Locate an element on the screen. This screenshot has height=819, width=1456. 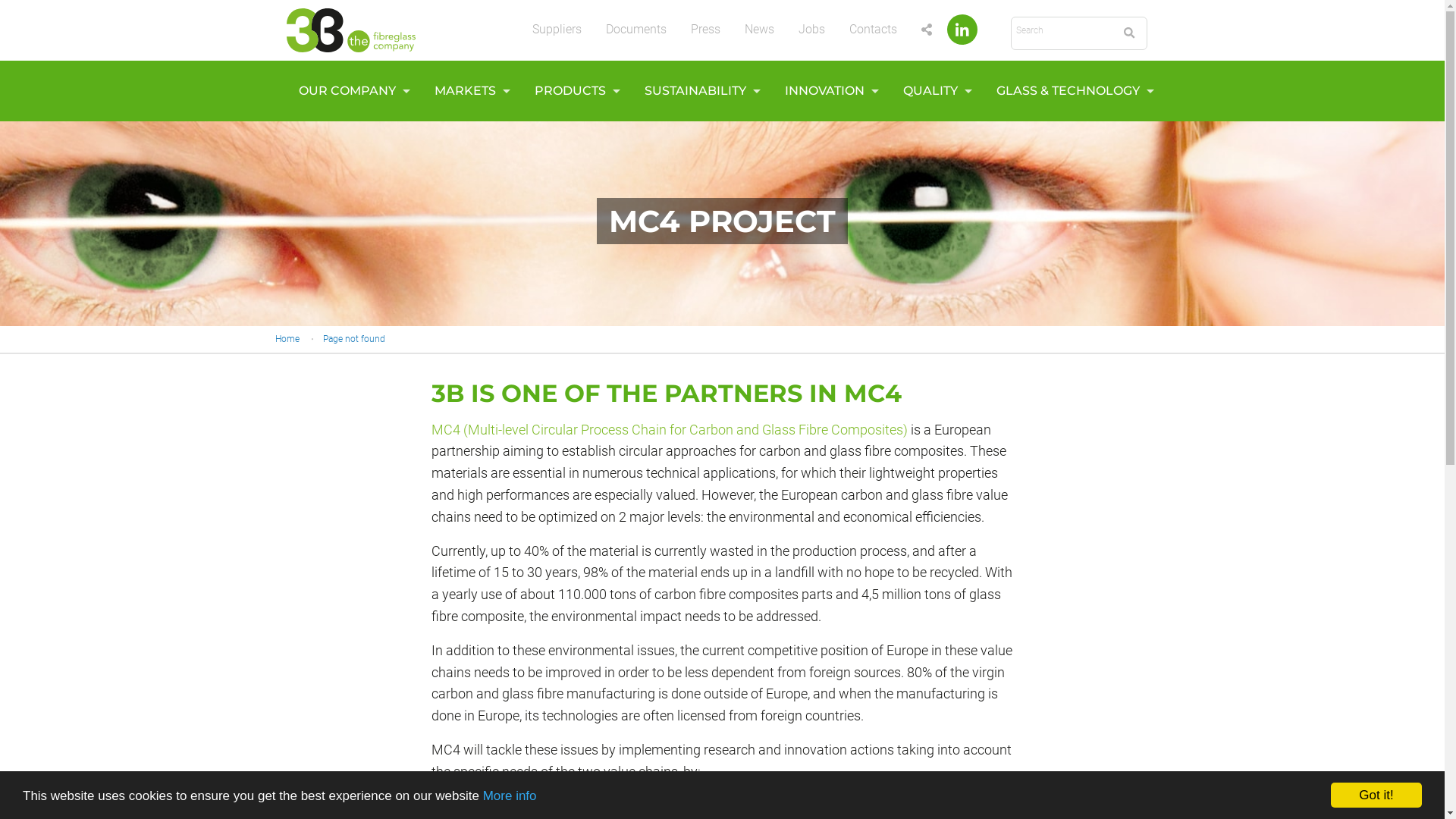
'More info' is located at coordinates (510, 795).